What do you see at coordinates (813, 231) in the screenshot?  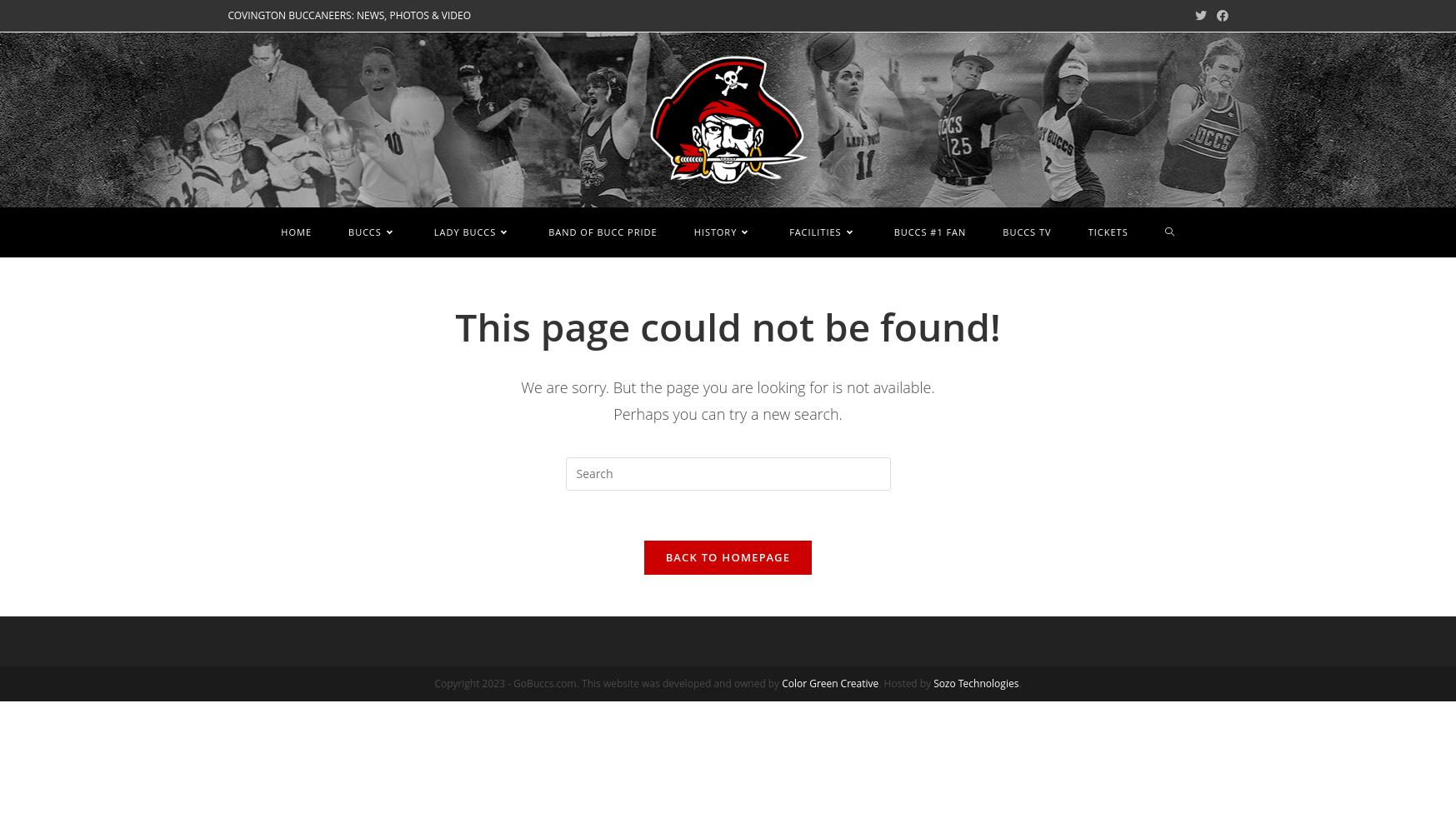 I see `'FACILITIES'` at bounding box center [813, 231].